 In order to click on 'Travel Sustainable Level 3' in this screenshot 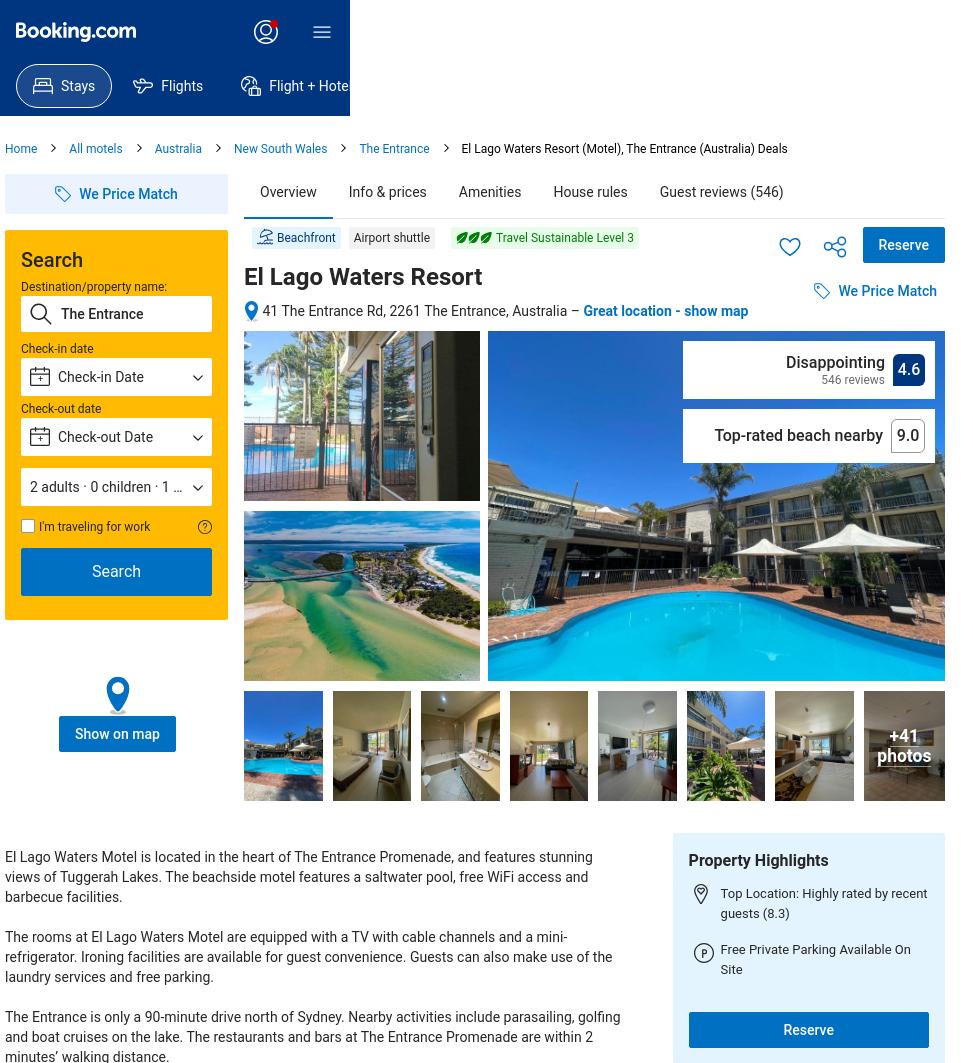, I will do `click(564, 238)`.